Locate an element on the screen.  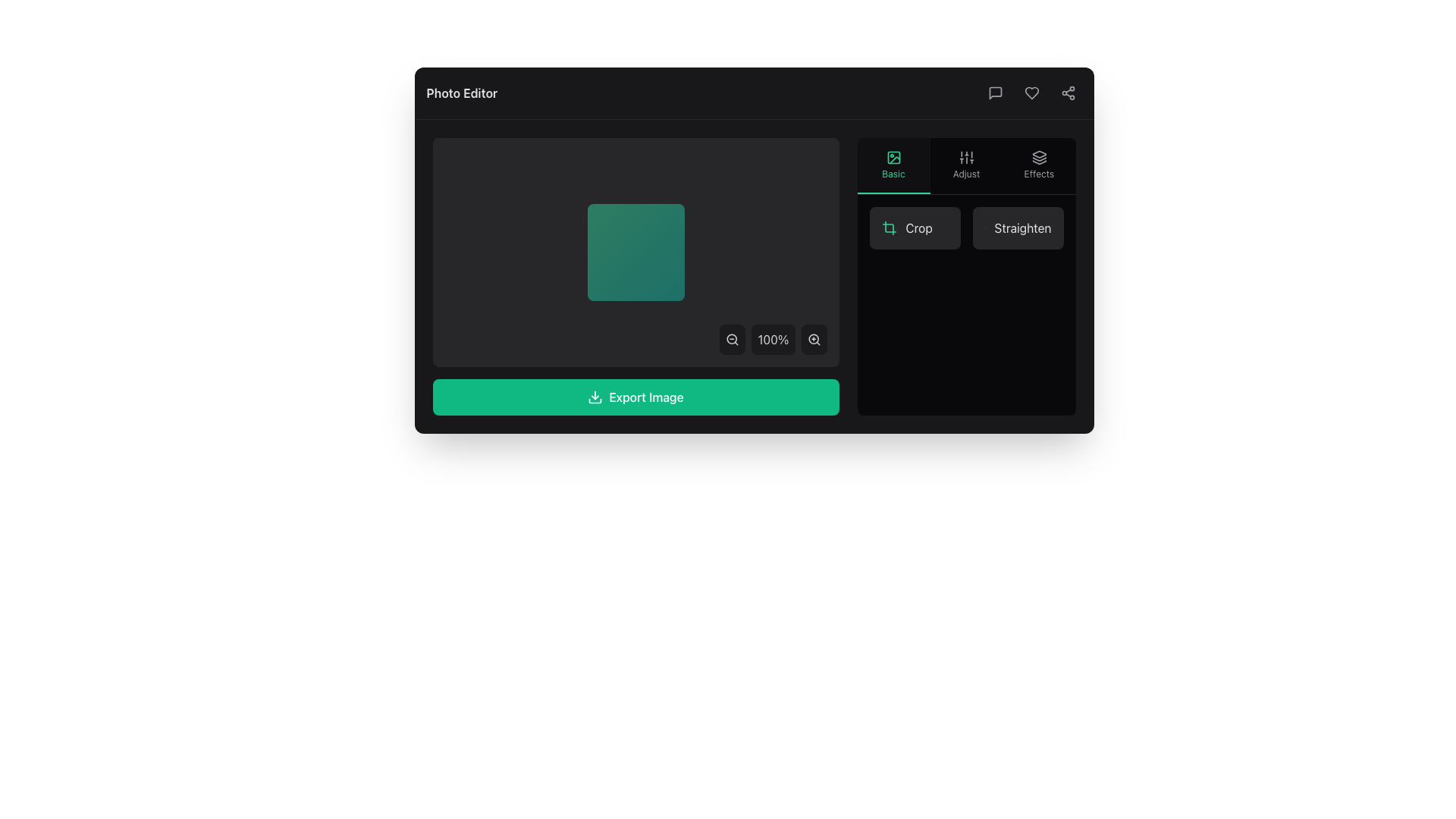
the button located in the bottom-right corner of the 'Basic' section is located at coordinates (1018, 227).